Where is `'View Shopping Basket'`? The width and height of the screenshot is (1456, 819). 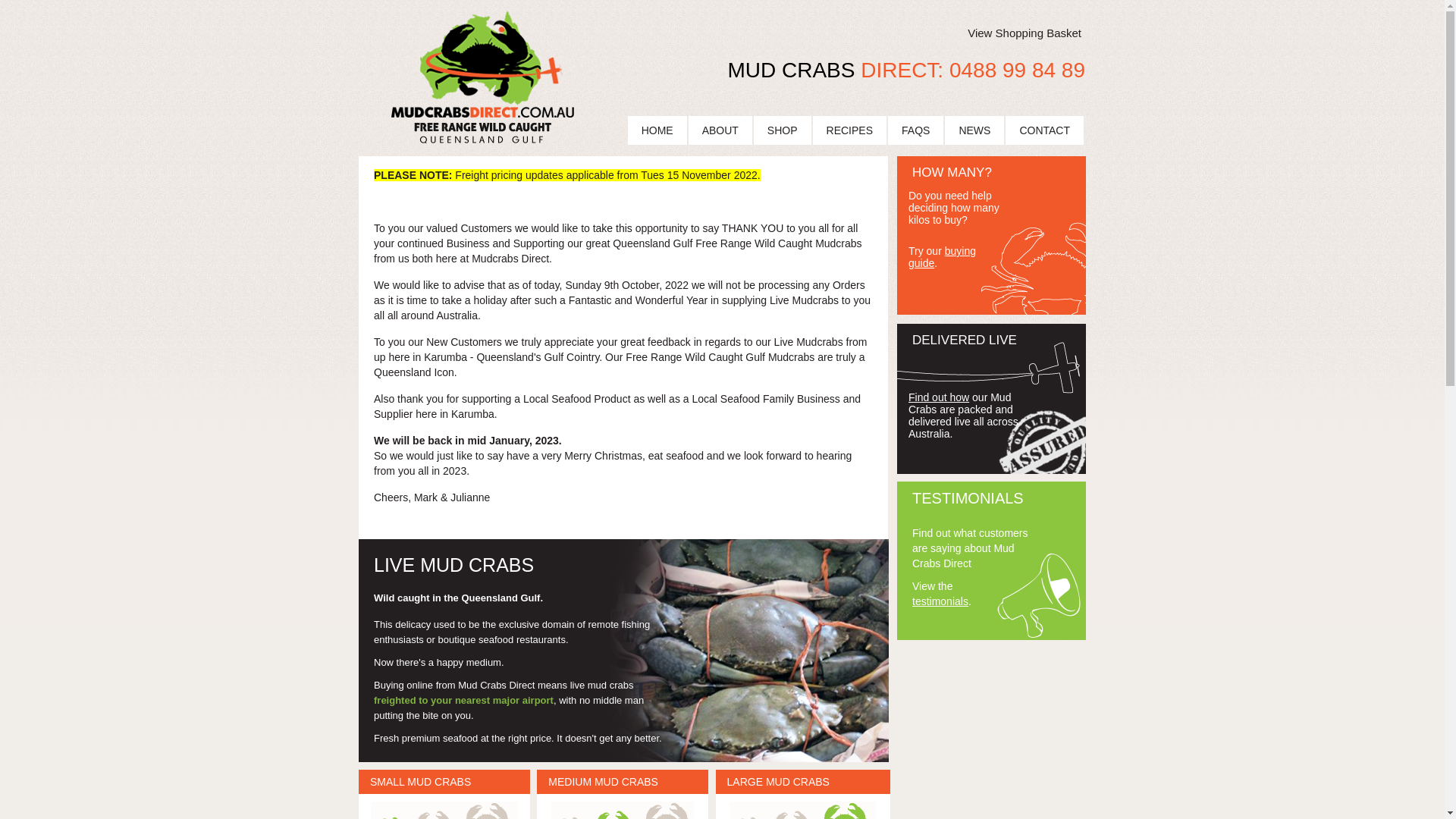 'View Shopping Basket' is located at coordinates (1024, 33).